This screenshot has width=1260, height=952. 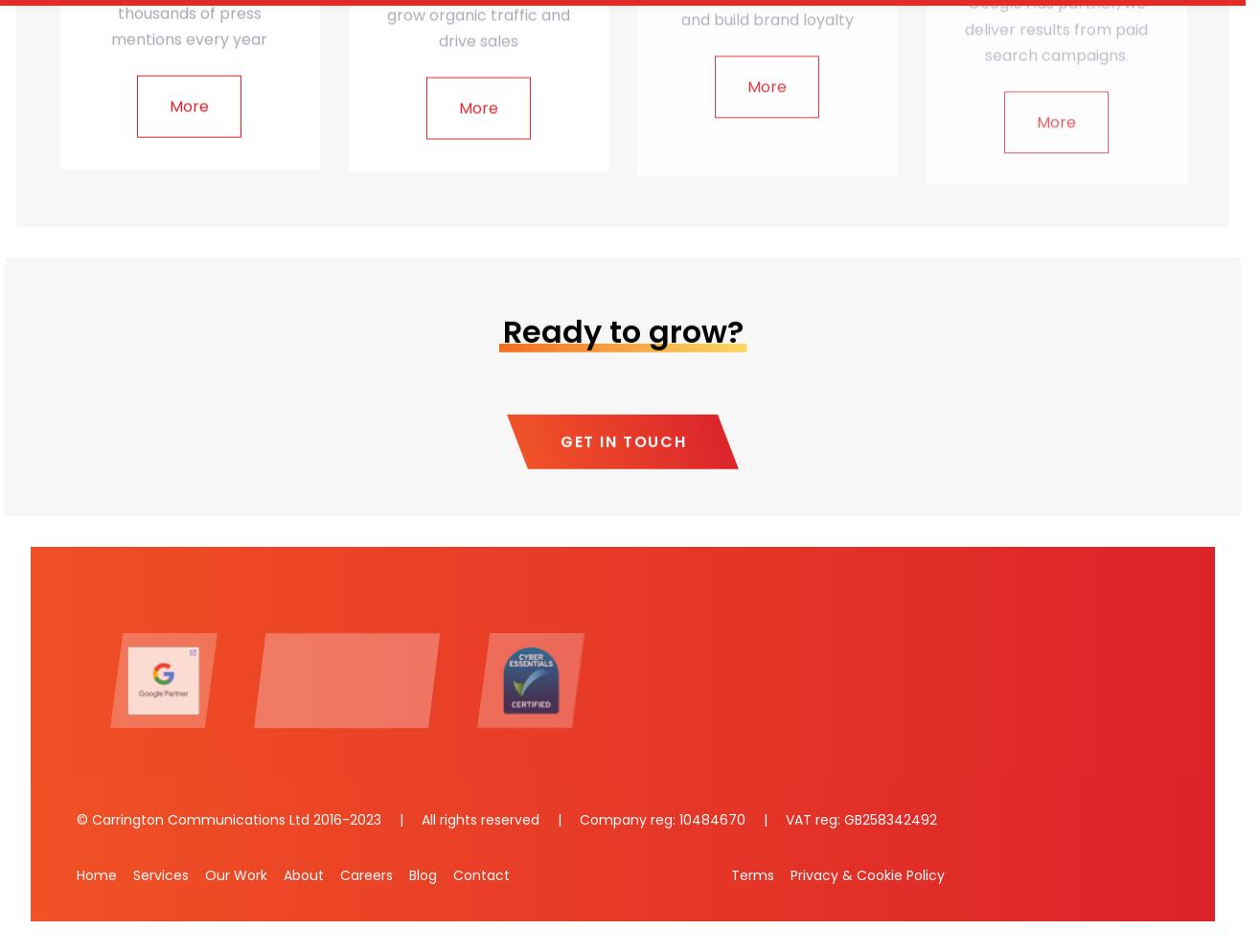 What do you see at coordinates (423, 873) in the screenshot?
I see `'Blog'` at bounding box center [423, 873].